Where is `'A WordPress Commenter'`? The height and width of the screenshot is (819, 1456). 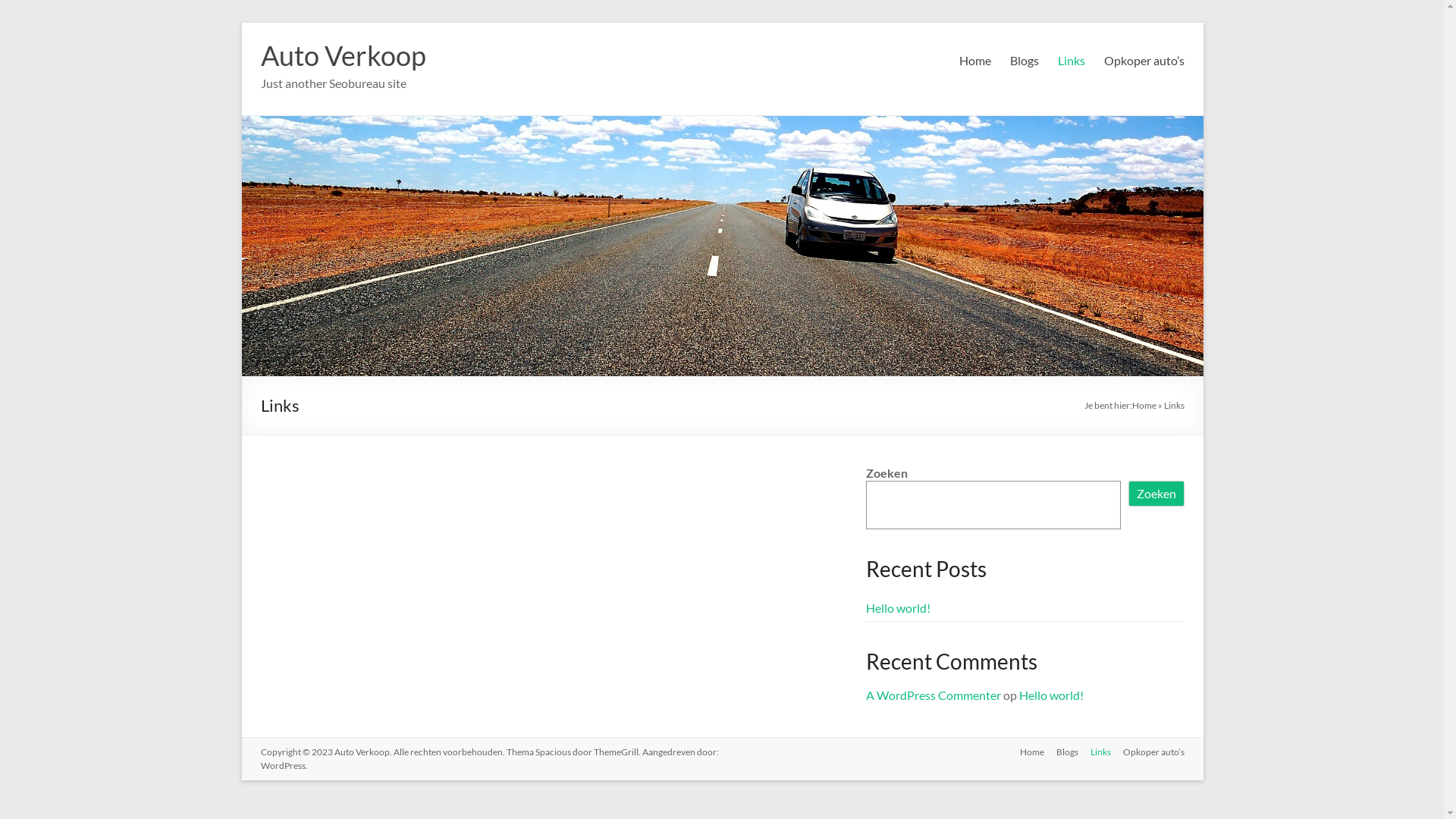 'A WordPress Commenter' is located at coordinates (932, 695).